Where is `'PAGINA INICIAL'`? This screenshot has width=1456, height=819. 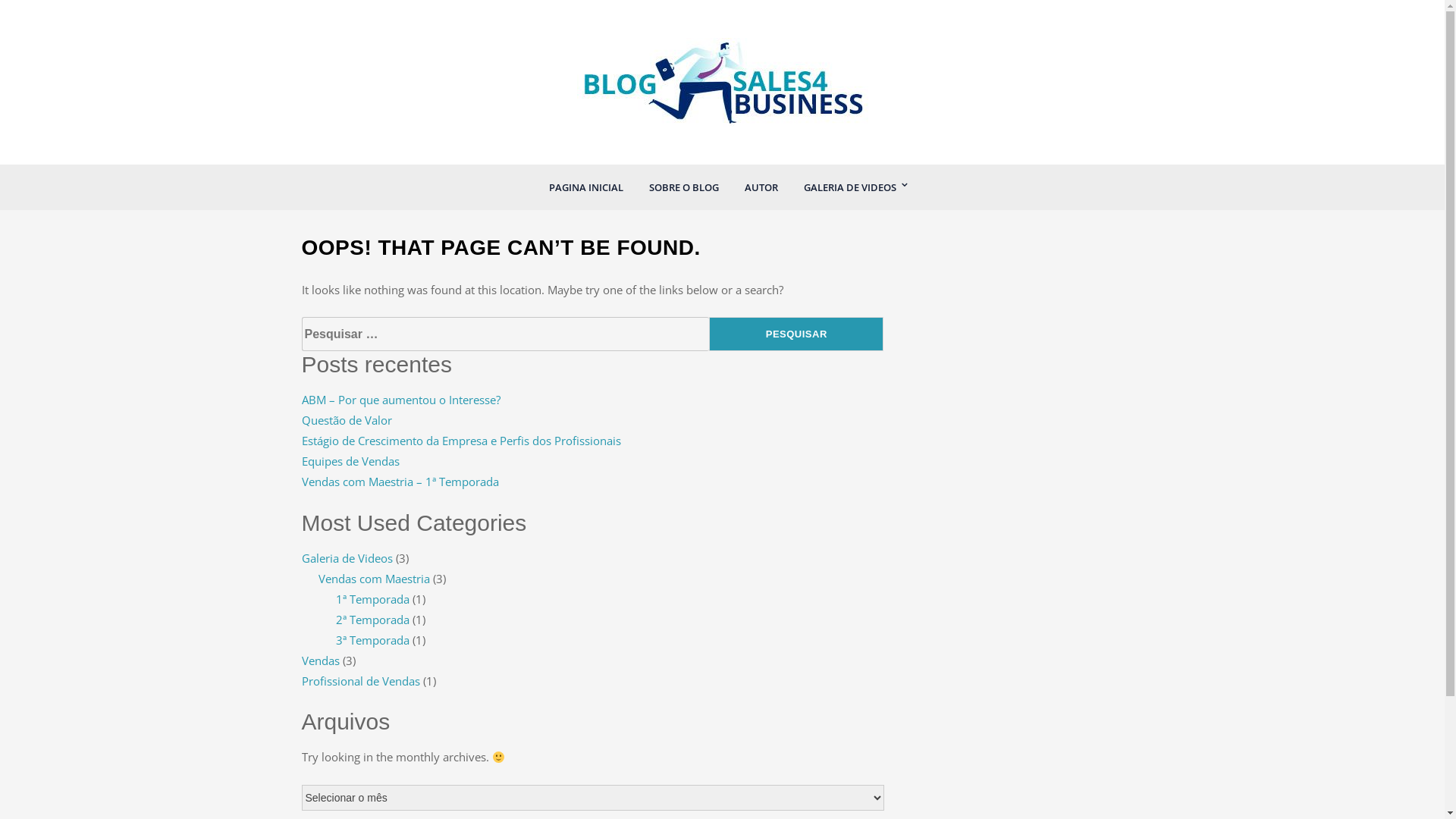 'PAGINA INICIAL' is located at coordinates (537, 186).